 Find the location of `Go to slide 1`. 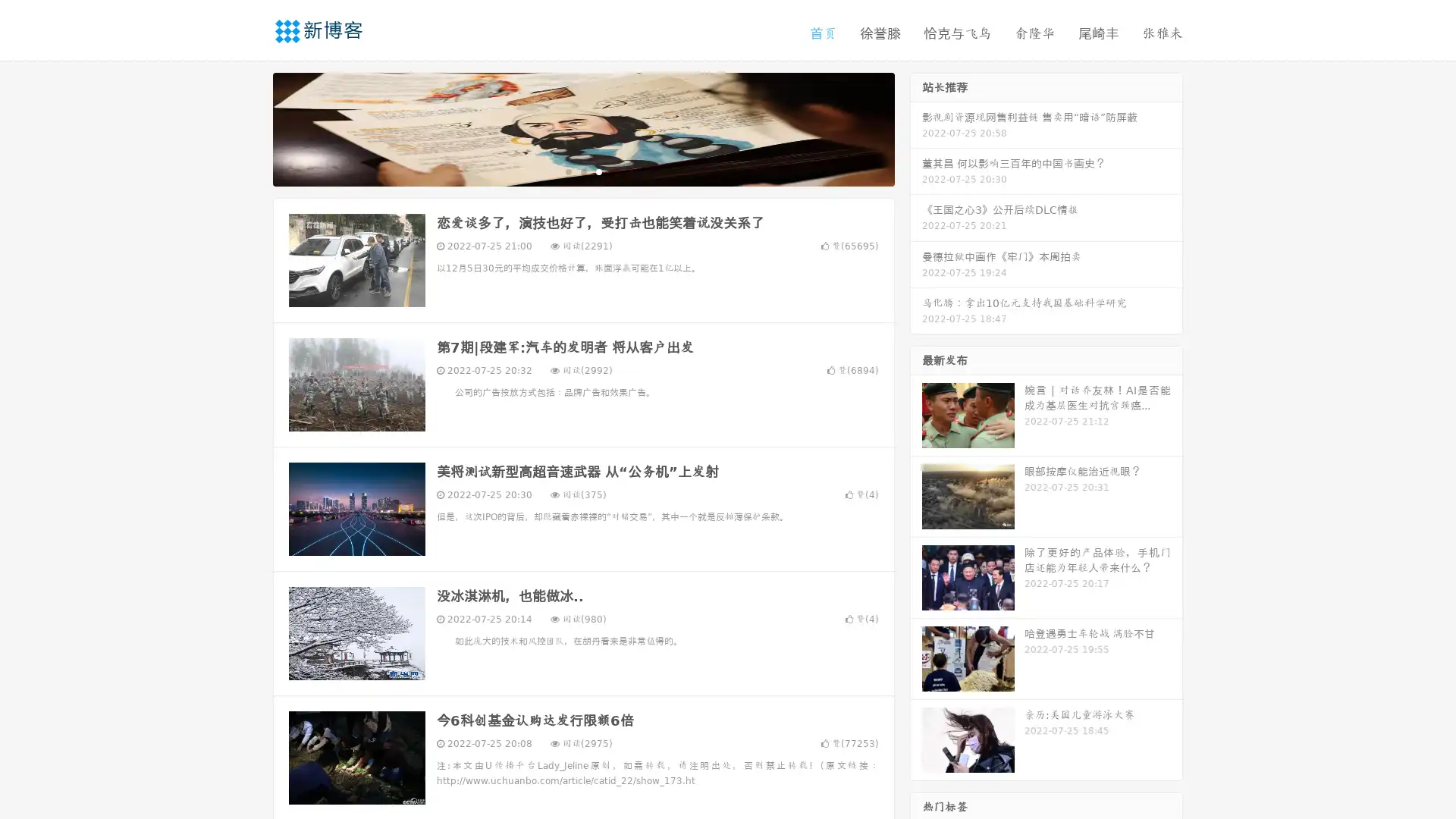

Go to slide 1 is located at coordinates (567, 171).